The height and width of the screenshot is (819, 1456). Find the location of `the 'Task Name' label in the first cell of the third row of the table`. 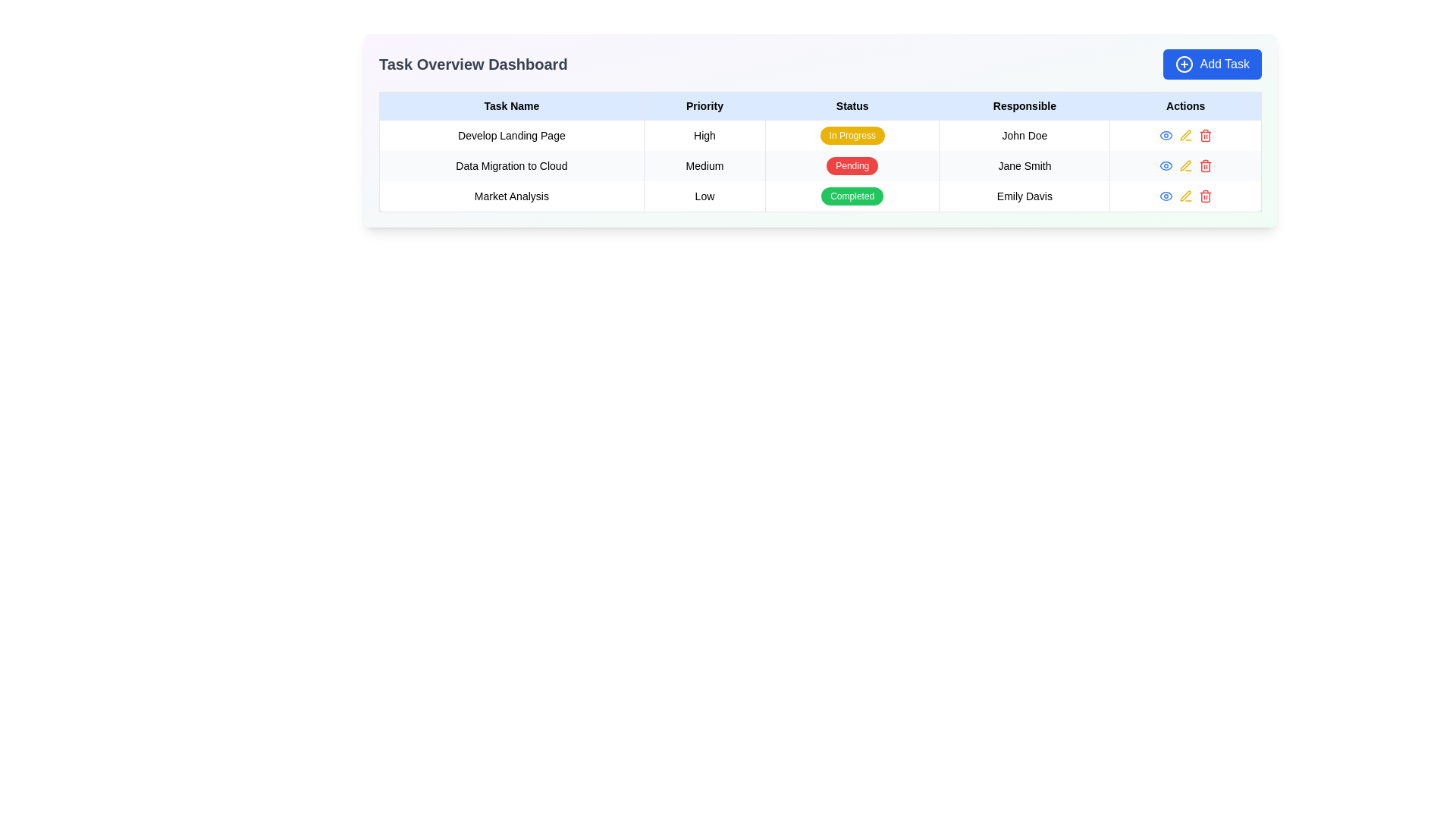

the 'Task Name' label in the first cell of the third row of the table is located at coordinates (511, 196).